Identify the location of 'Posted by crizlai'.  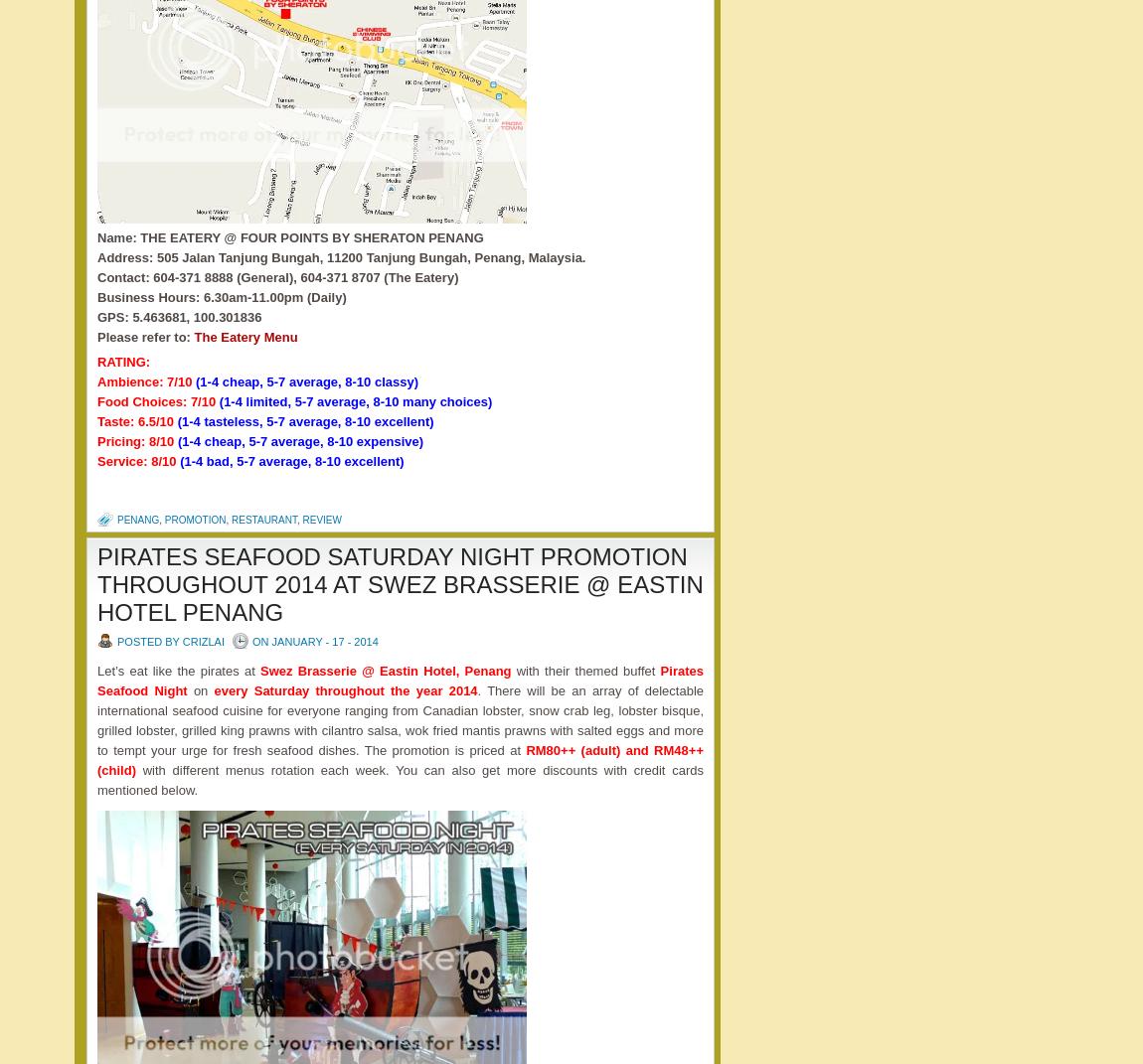
(170, 639).